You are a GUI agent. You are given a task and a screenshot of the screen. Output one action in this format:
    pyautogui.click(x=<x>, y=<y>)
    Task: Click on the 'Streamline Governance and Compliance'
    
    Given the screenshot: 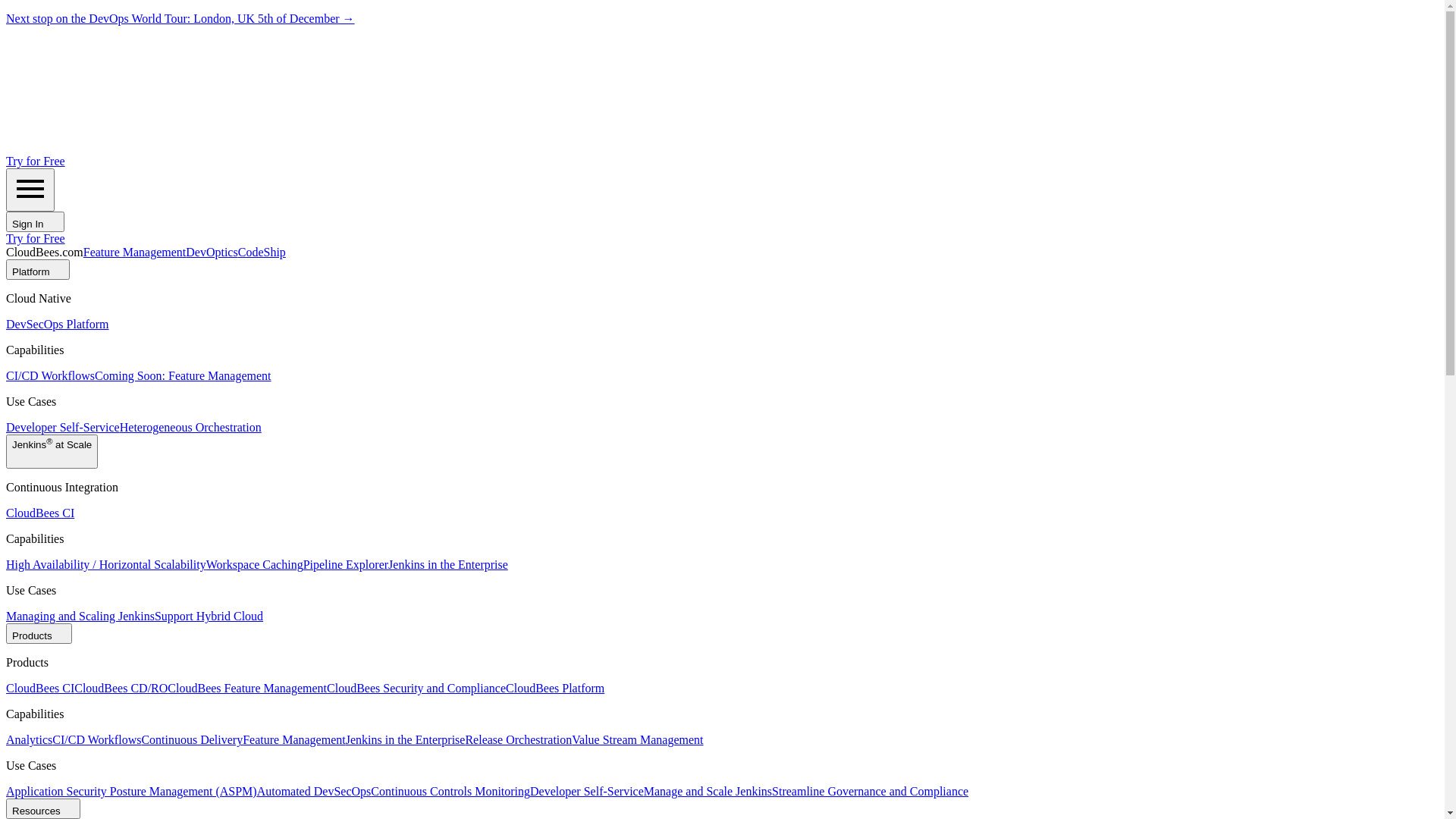 What is the action you would take?
    pyautogui.click(x=870, y=790)
    